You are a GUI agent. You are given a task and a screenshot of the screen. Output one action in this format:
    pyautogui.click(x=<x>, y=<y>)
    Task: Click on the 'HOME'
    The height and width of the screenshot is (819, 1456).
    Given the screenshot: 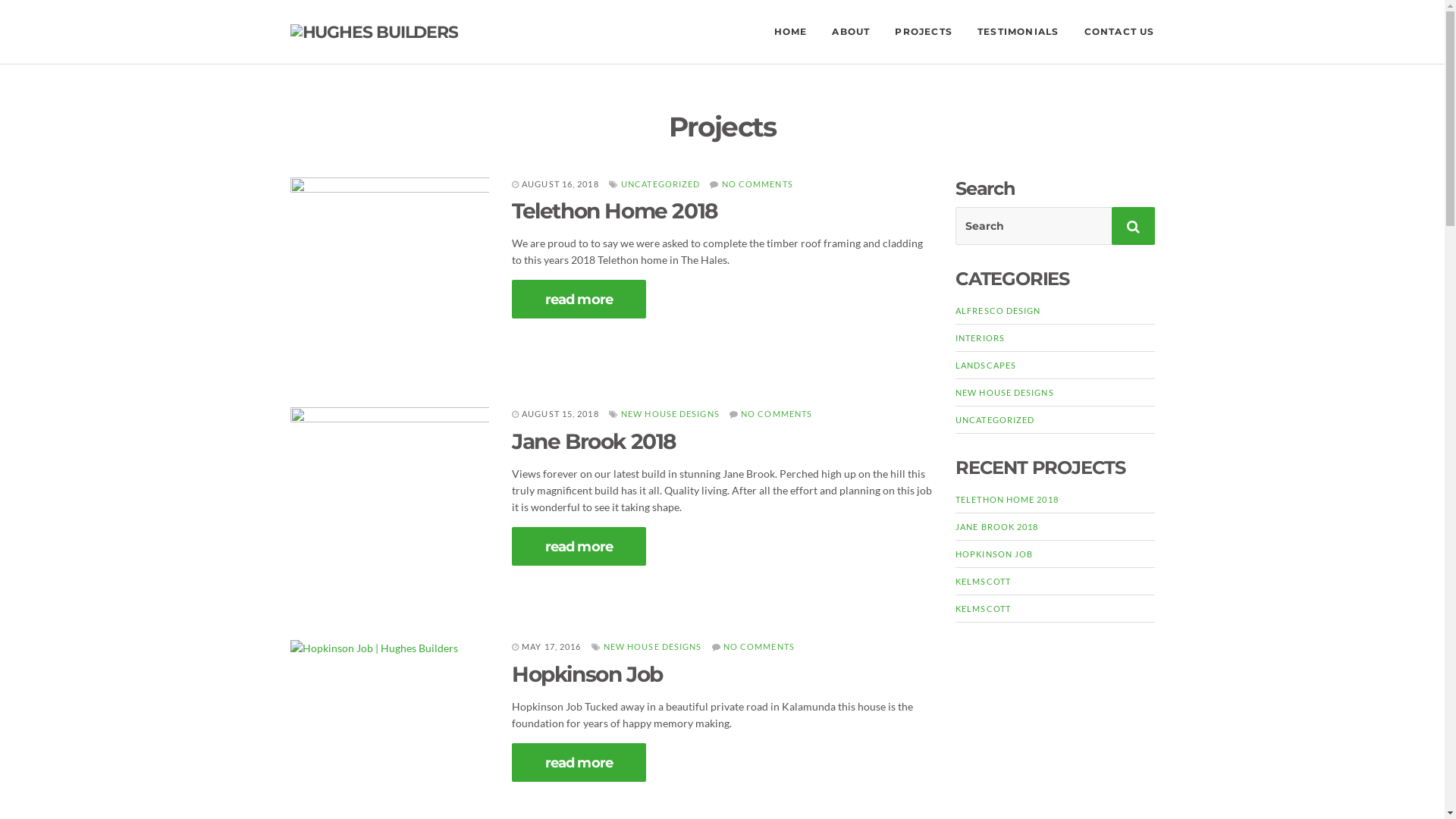 What is the action you would take?
    pyautogui.click(x=789, y=33)
    